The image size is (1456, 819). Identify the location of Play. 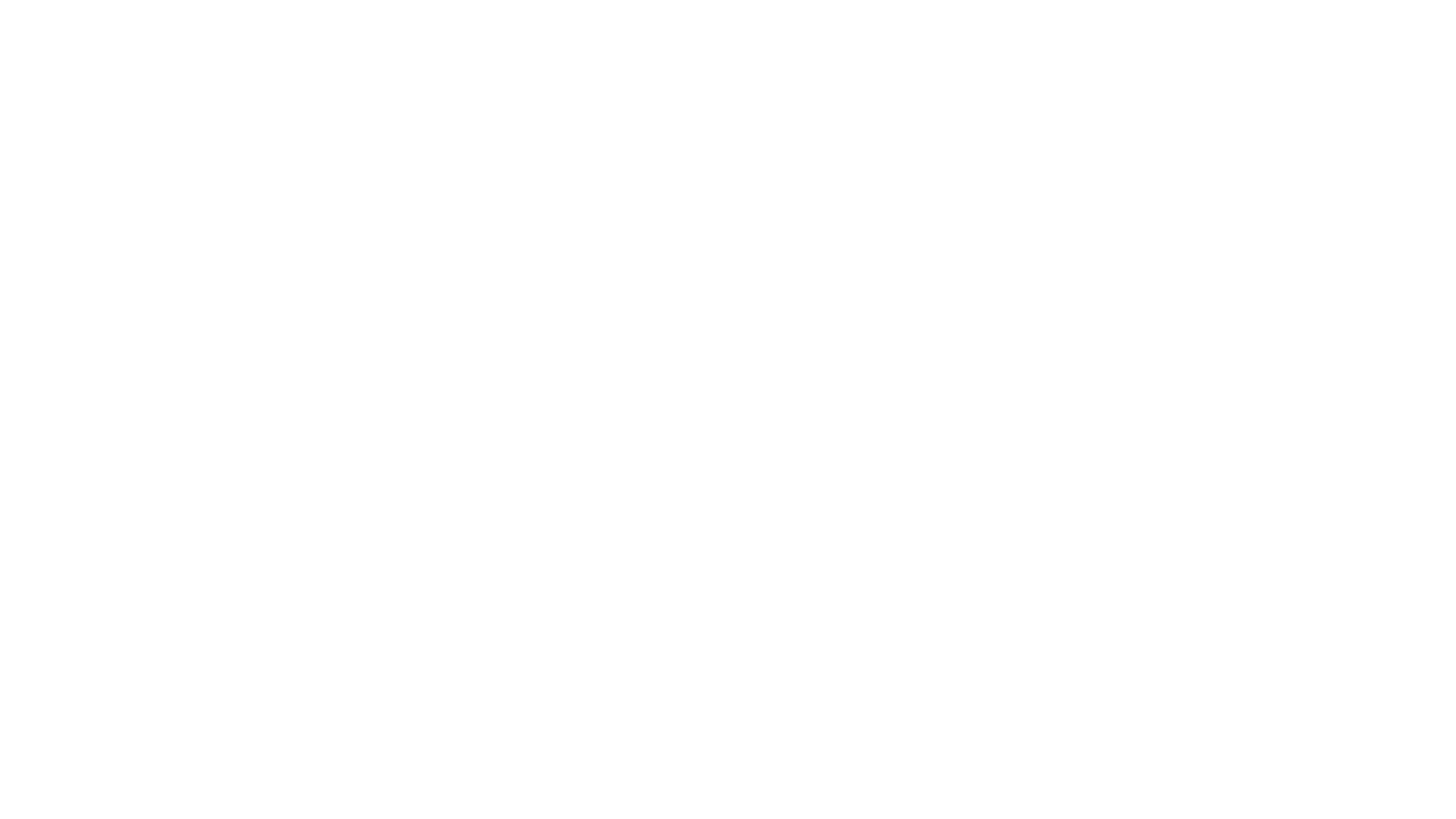
(202, 571).